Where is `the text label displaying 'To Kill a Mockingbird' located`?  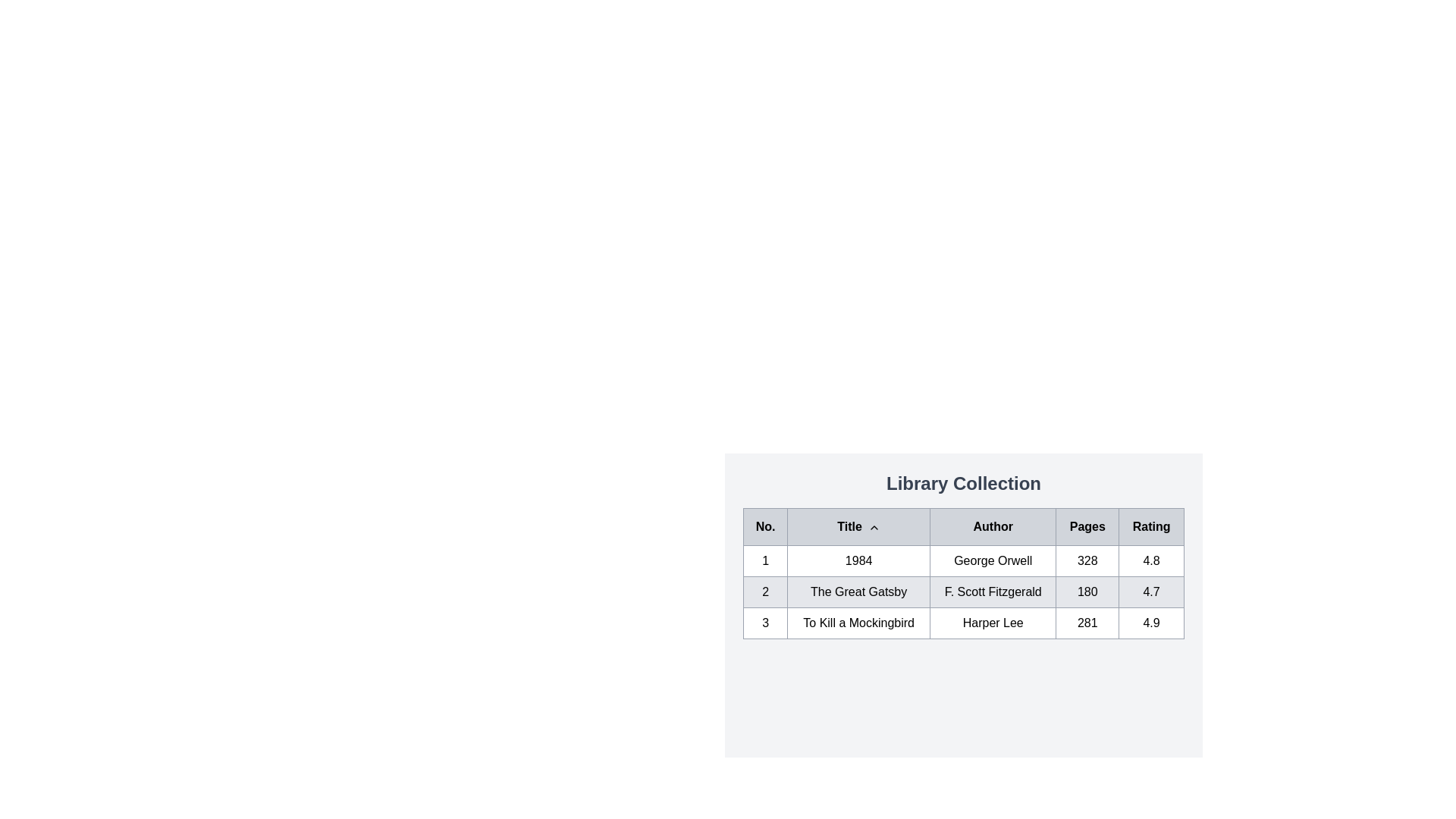
the text label displaying 'To Kill a Mockingbird' located is located at coordinates (858, 623).